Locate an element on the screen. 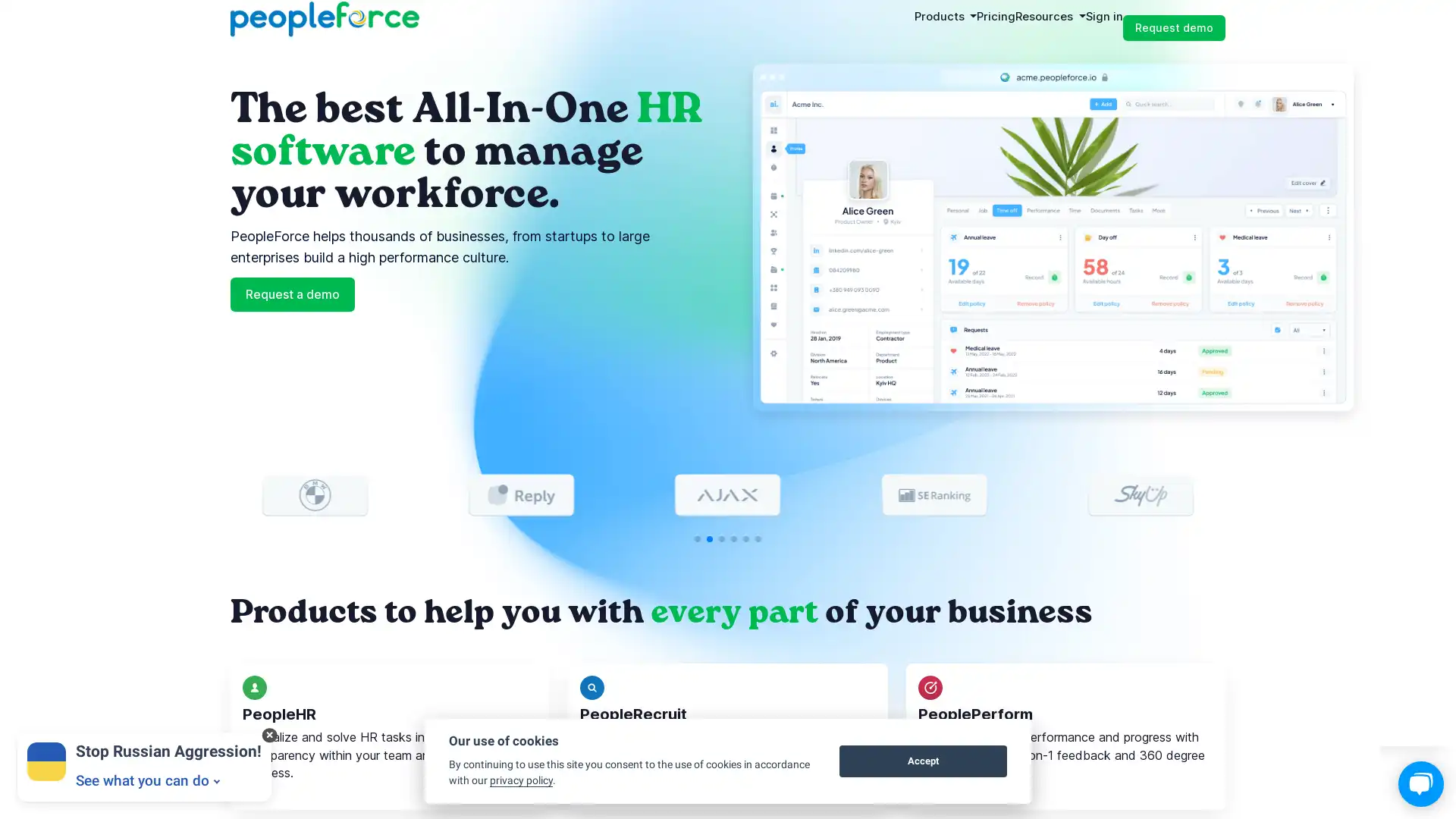 The width and height of the screenshot is (1456, 819). Accept is located at coordinates (922, 761).